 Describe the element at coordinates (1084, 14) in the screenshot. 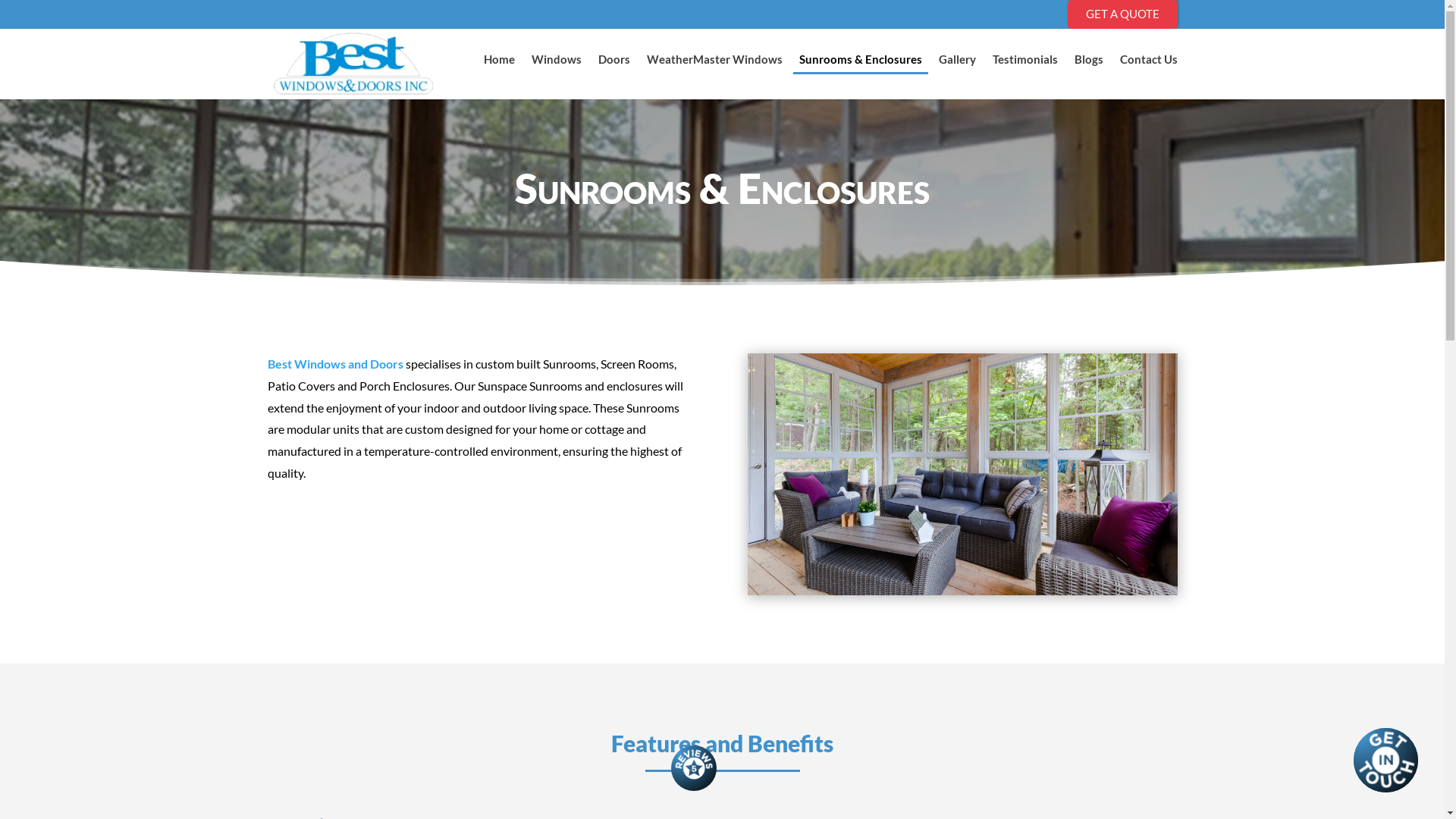

I see `'GET A QUOTE'` at that location.